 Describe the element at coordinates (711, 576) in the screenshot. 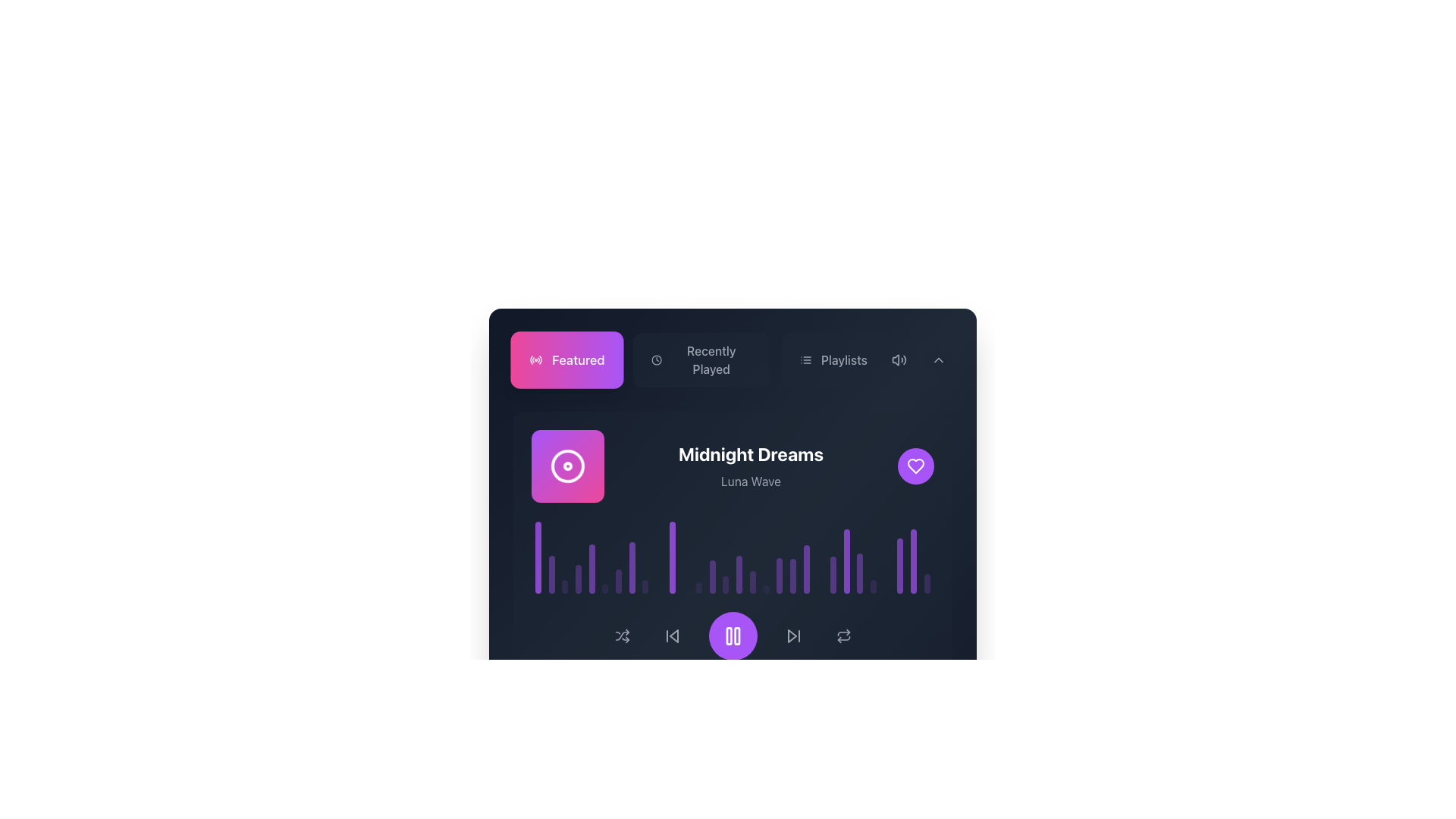

I see `the violet graphical bar component with rounded edges, located centrally at the bottom of the playback interface, positioned to the right among similar vertical bars` at that location.